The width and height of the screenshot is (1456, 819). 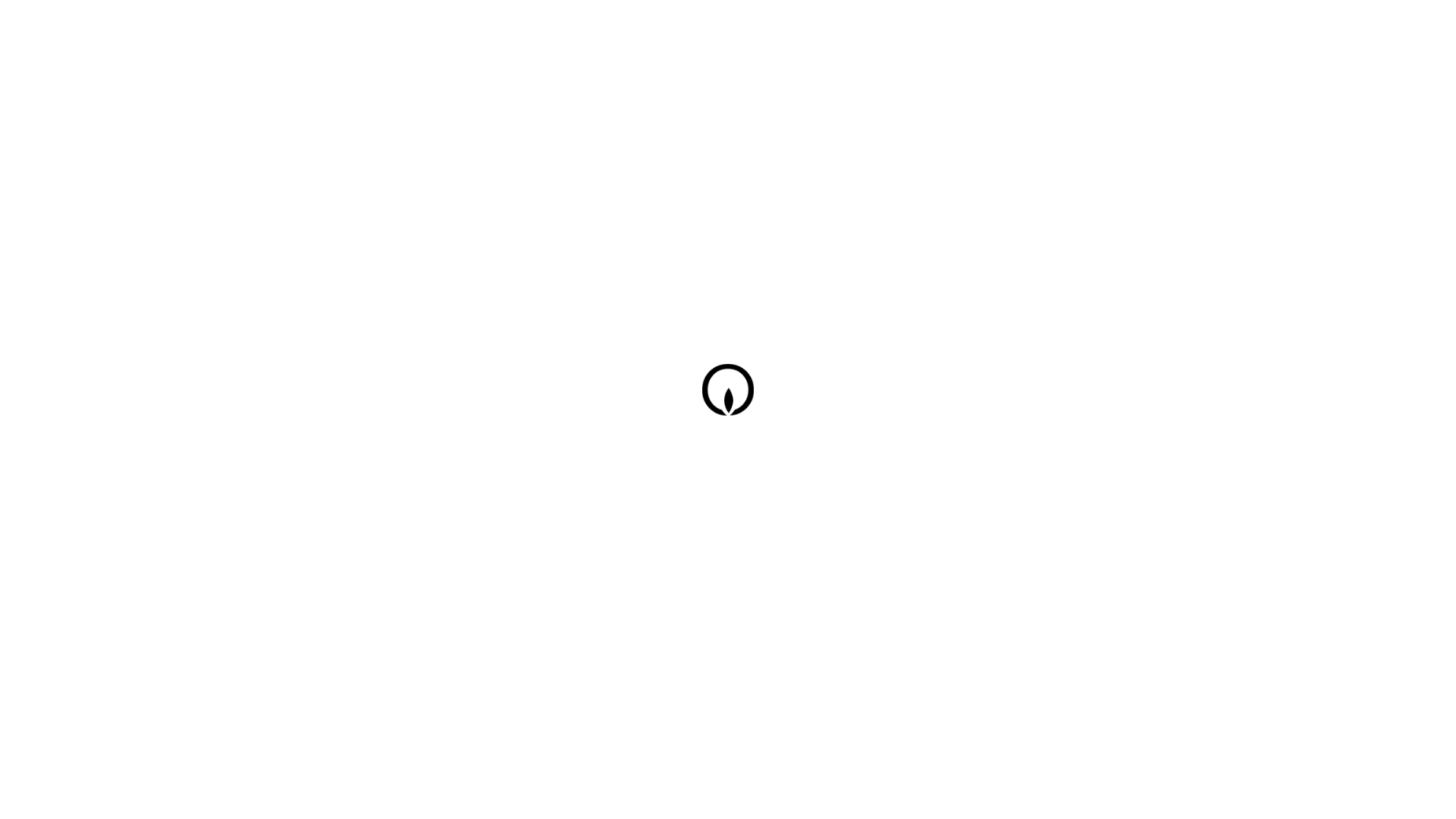 I want to click on 'eroma logo', so click(x=731, y=400).